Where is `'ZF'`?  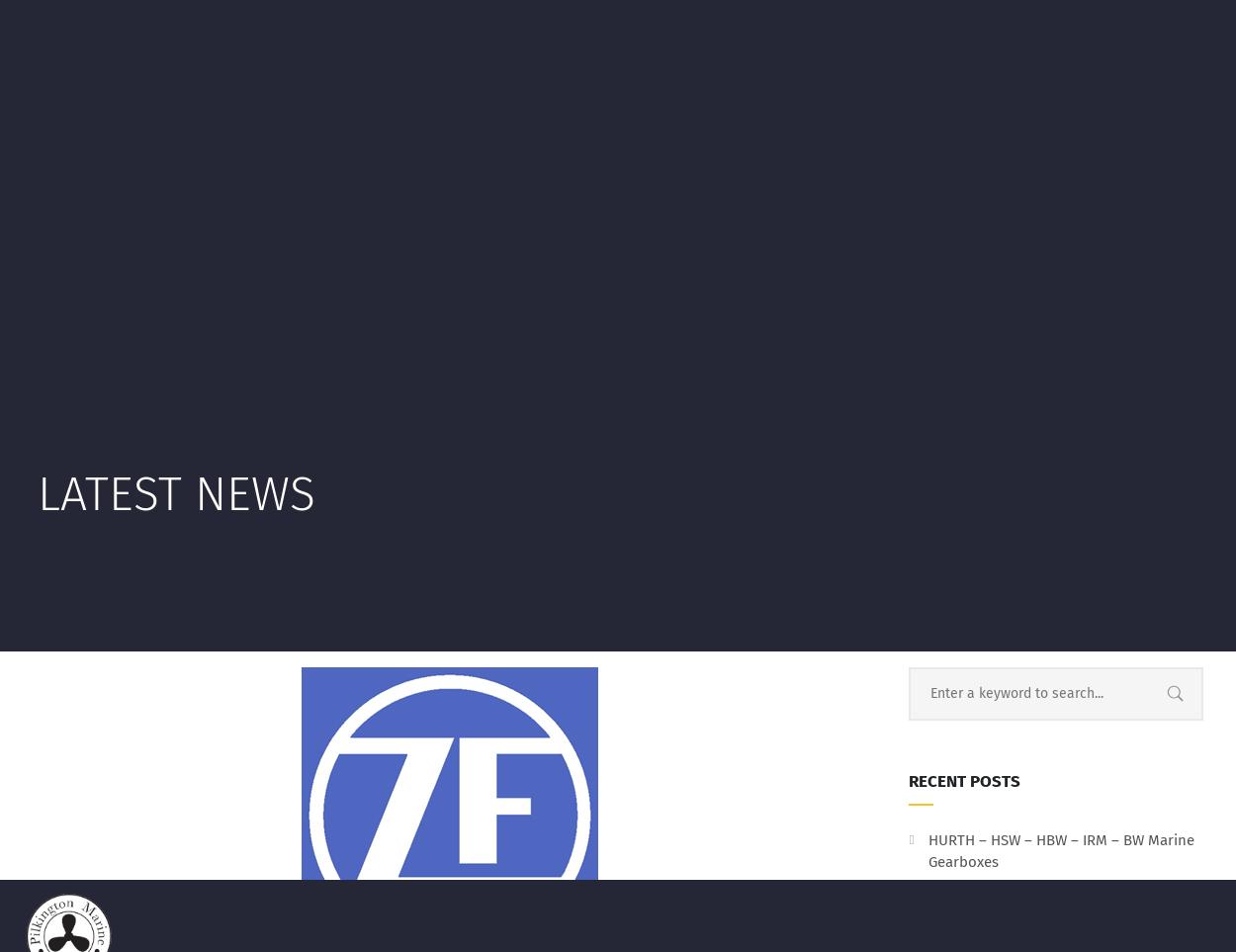
'ZF' is located at coordinates (658, 233).